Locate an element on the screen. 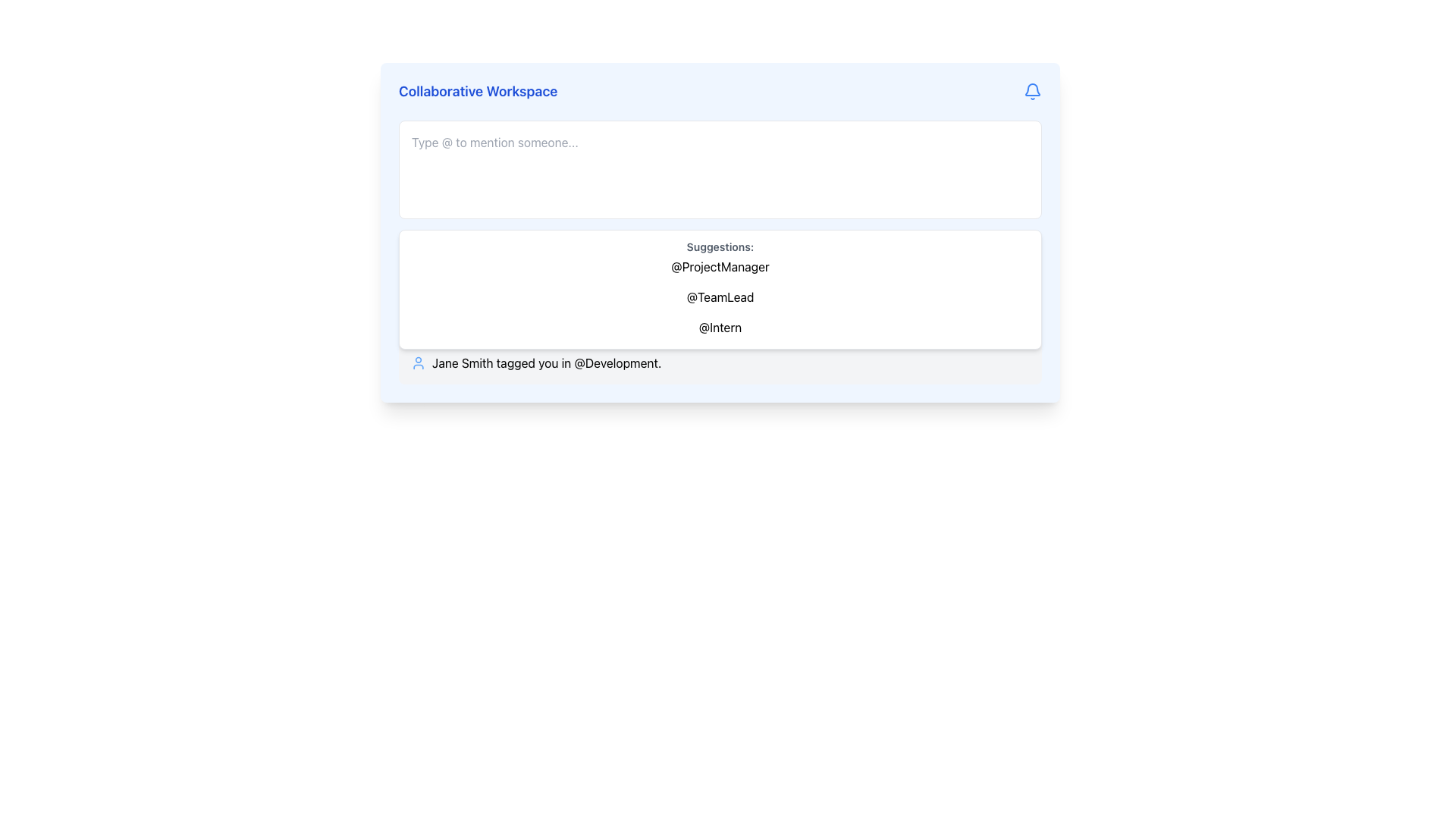 The width and height of the screenshot is (1456, 819). notification entry about being tagged by 'Jane Smith', which is the second entry in the activity log section is located at coordinates (720, 350).